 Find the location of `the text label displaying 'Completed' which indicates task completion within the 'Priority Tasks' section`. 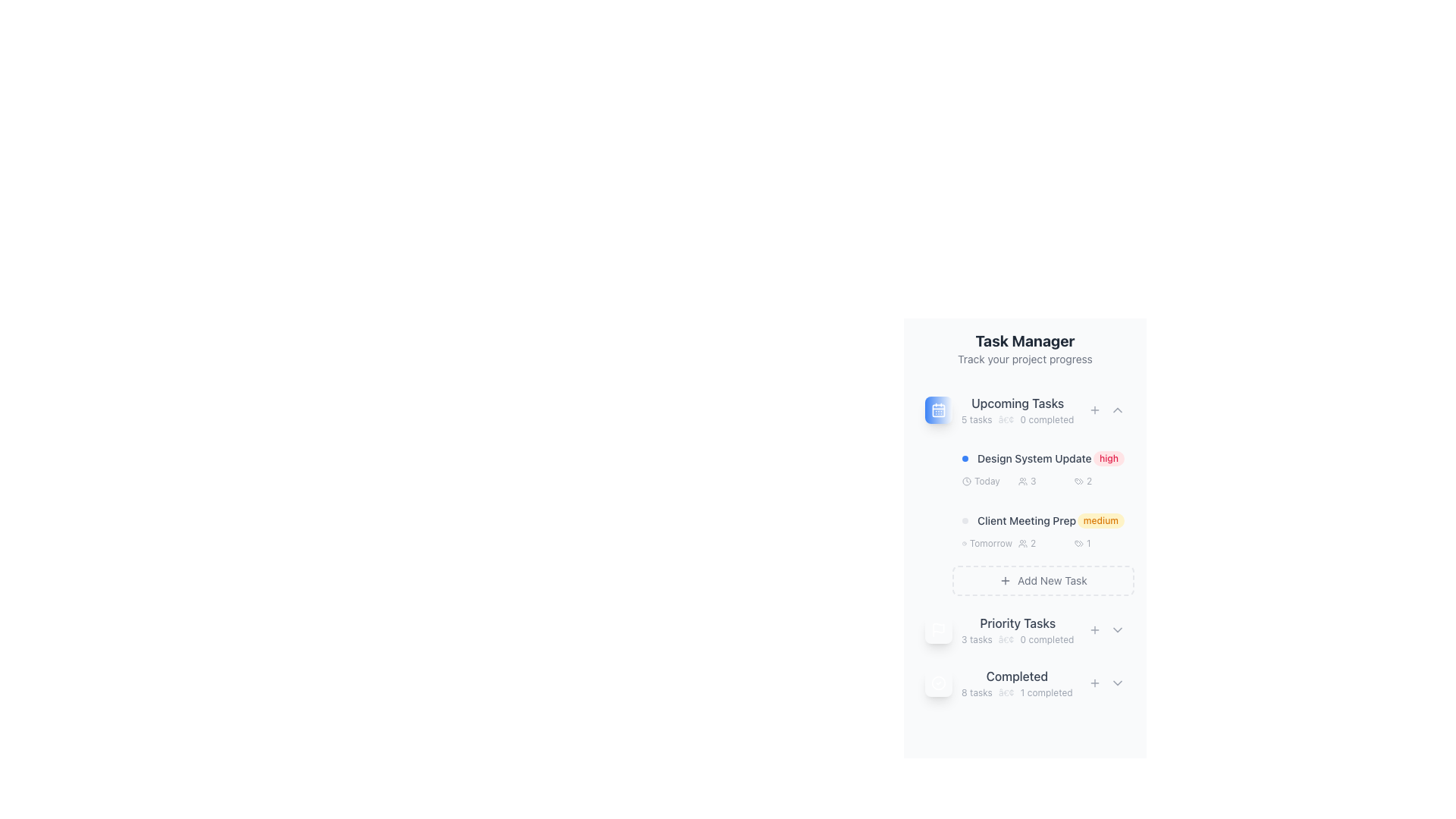

the text label displaying 'Completed' which indicates task completion within the 'Priority Tasks' section is located at coordinates (1017, 675).